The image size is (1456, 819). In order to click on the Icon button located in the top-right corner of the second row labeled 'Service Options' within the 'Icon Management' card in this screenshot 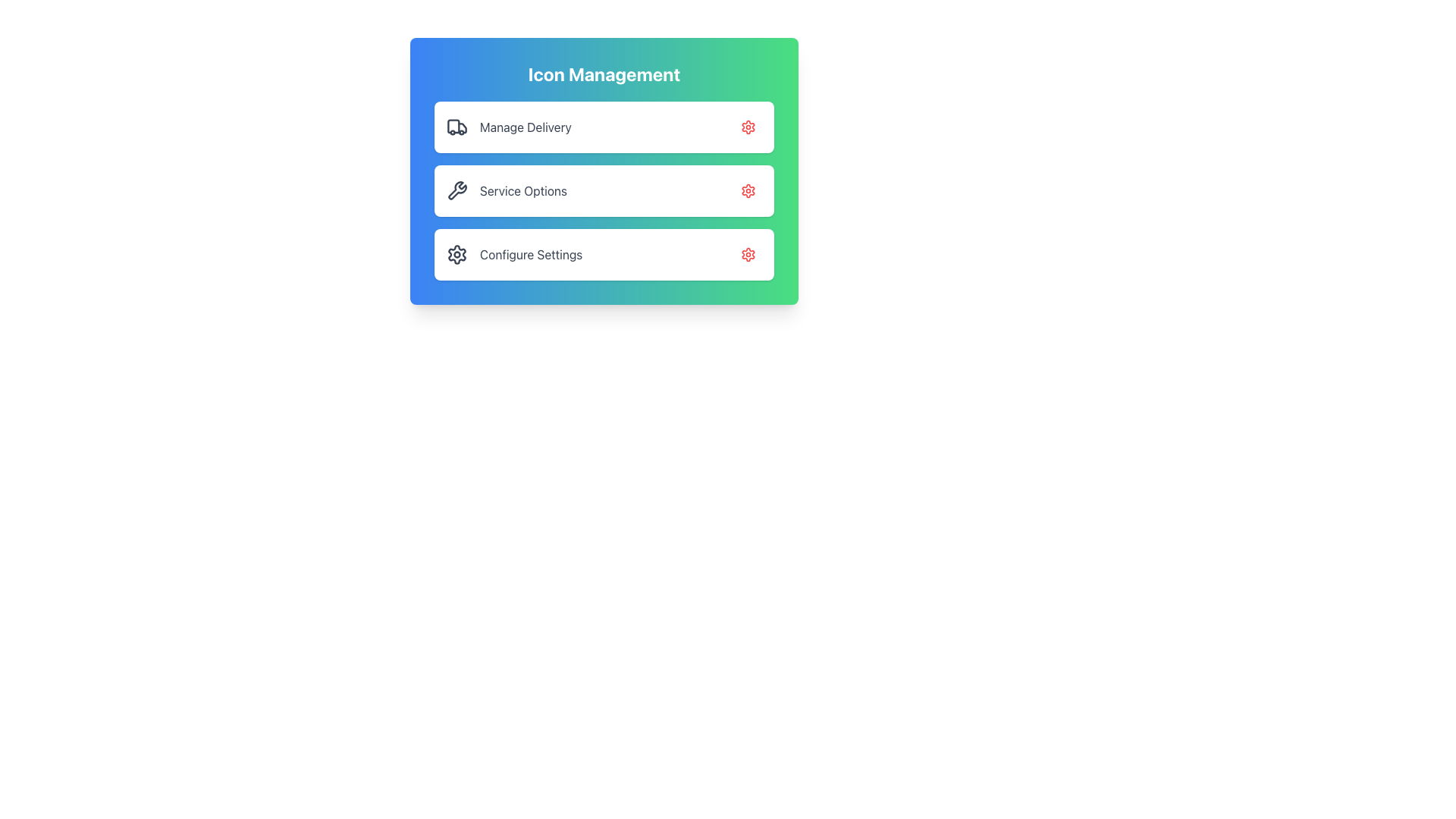, I will do `click(748, 190)`.